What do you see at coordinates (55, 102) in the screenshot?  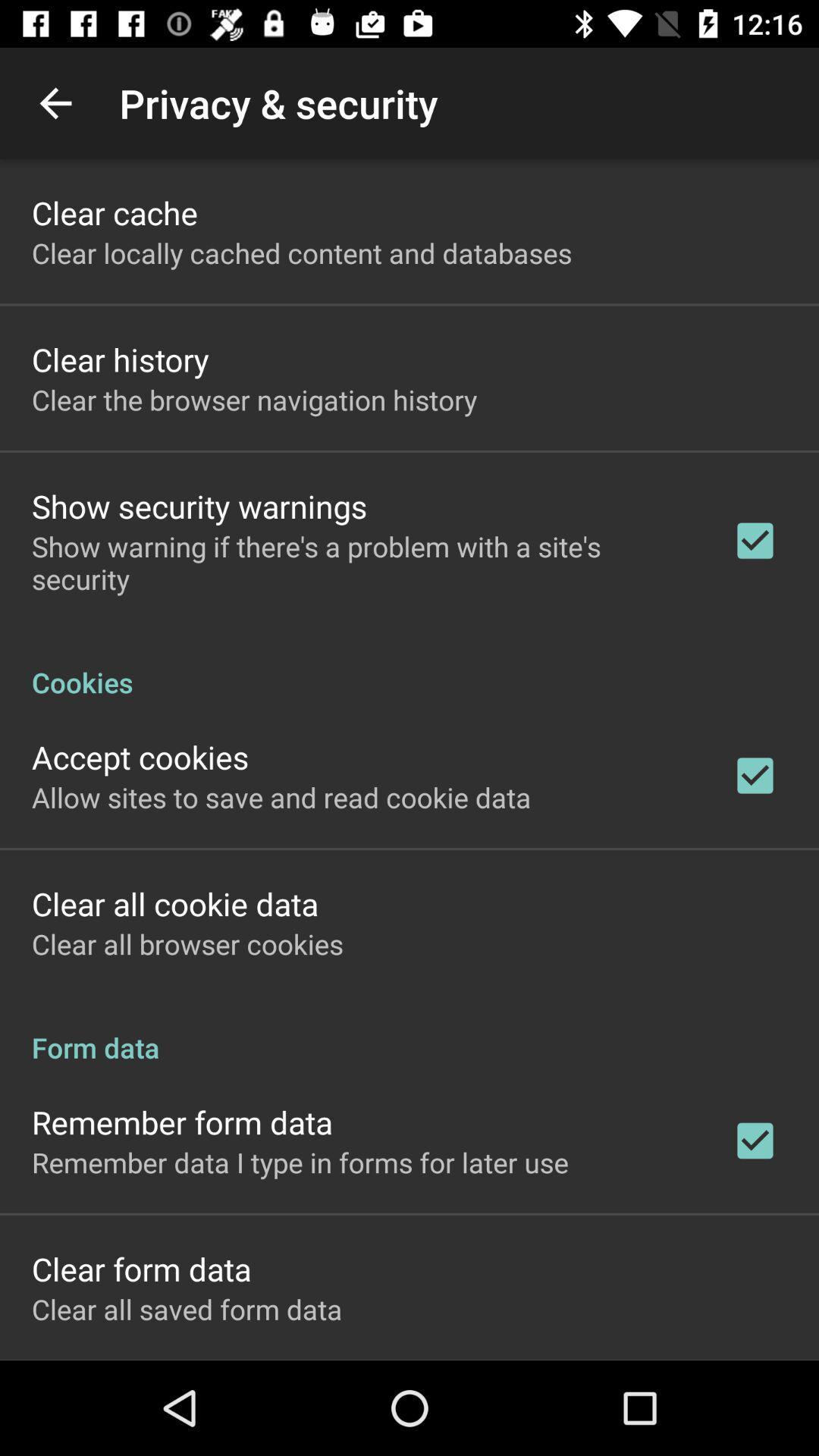 I see `app next to the privacy & security item` at bounding box center [55, 102].